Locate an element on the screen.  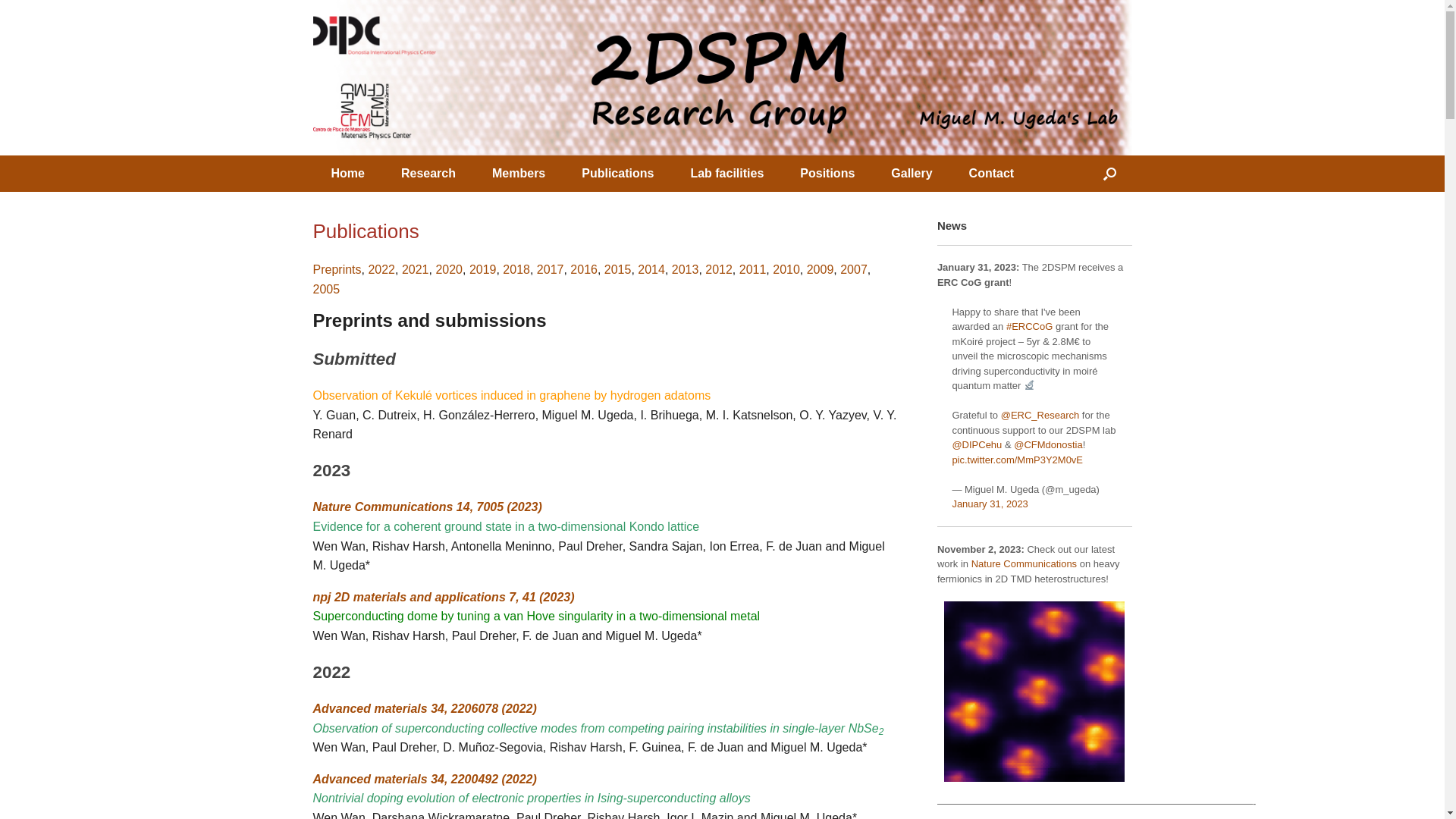
'2012' is located at coordinates (718, 268).